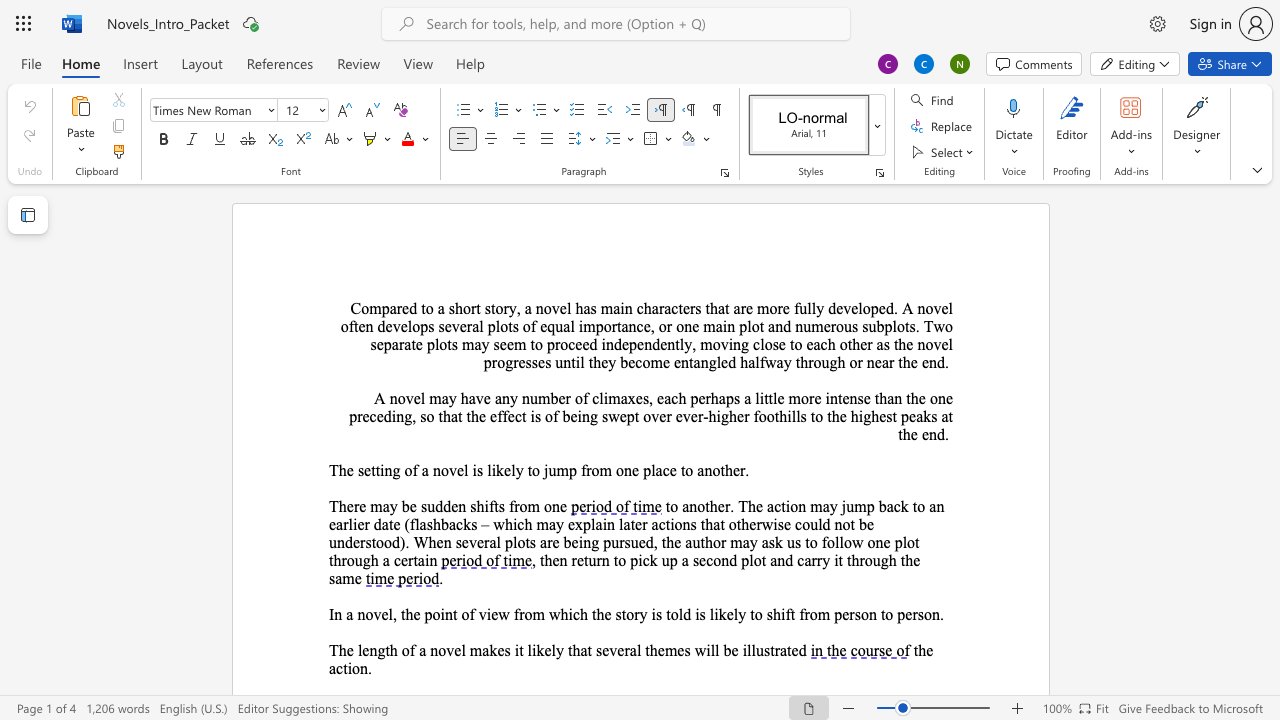 The height and width of the screenshot is (720, 1280). What do you see at coordinates (342, 650) in the screenshot?
I see `the 1th character "h" in the text` at bounding box center [342, 650].